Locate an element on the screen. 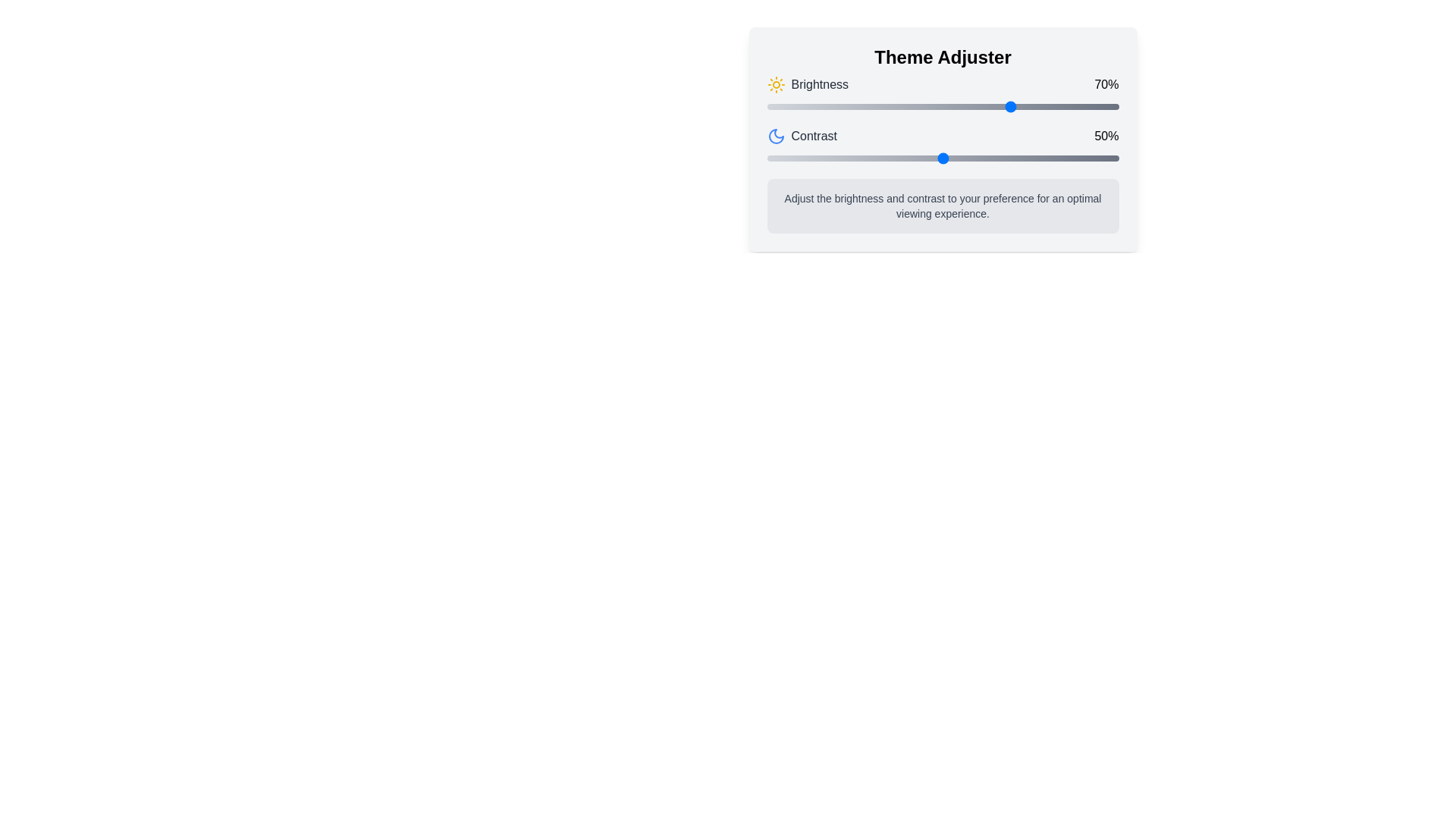 The height and width of the screenshot is (819, 1456). contrast is located at coordinates (1101, 158).